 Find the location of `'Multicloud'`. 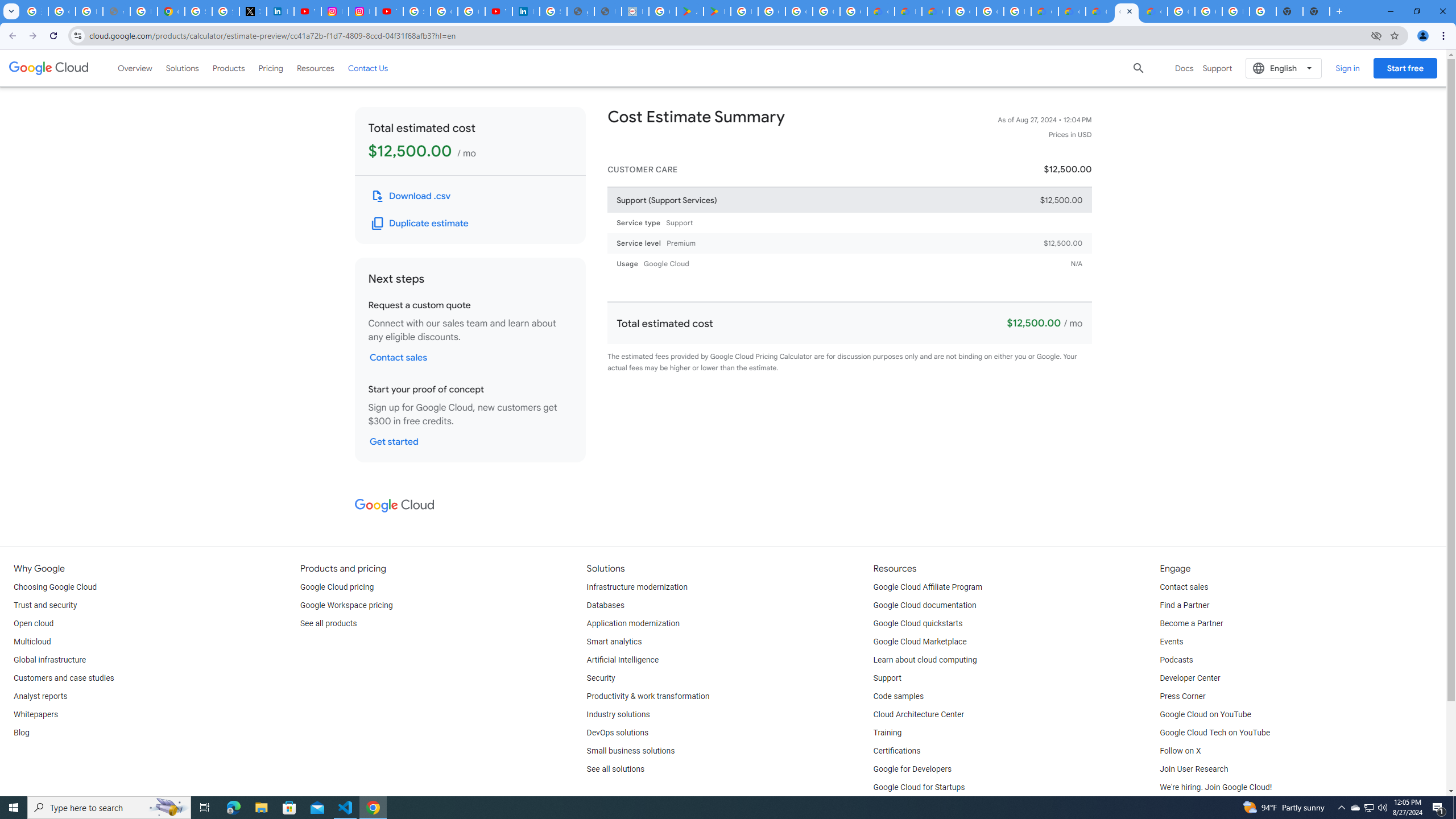

'Multicloud' is located at coordinates (32, 641).